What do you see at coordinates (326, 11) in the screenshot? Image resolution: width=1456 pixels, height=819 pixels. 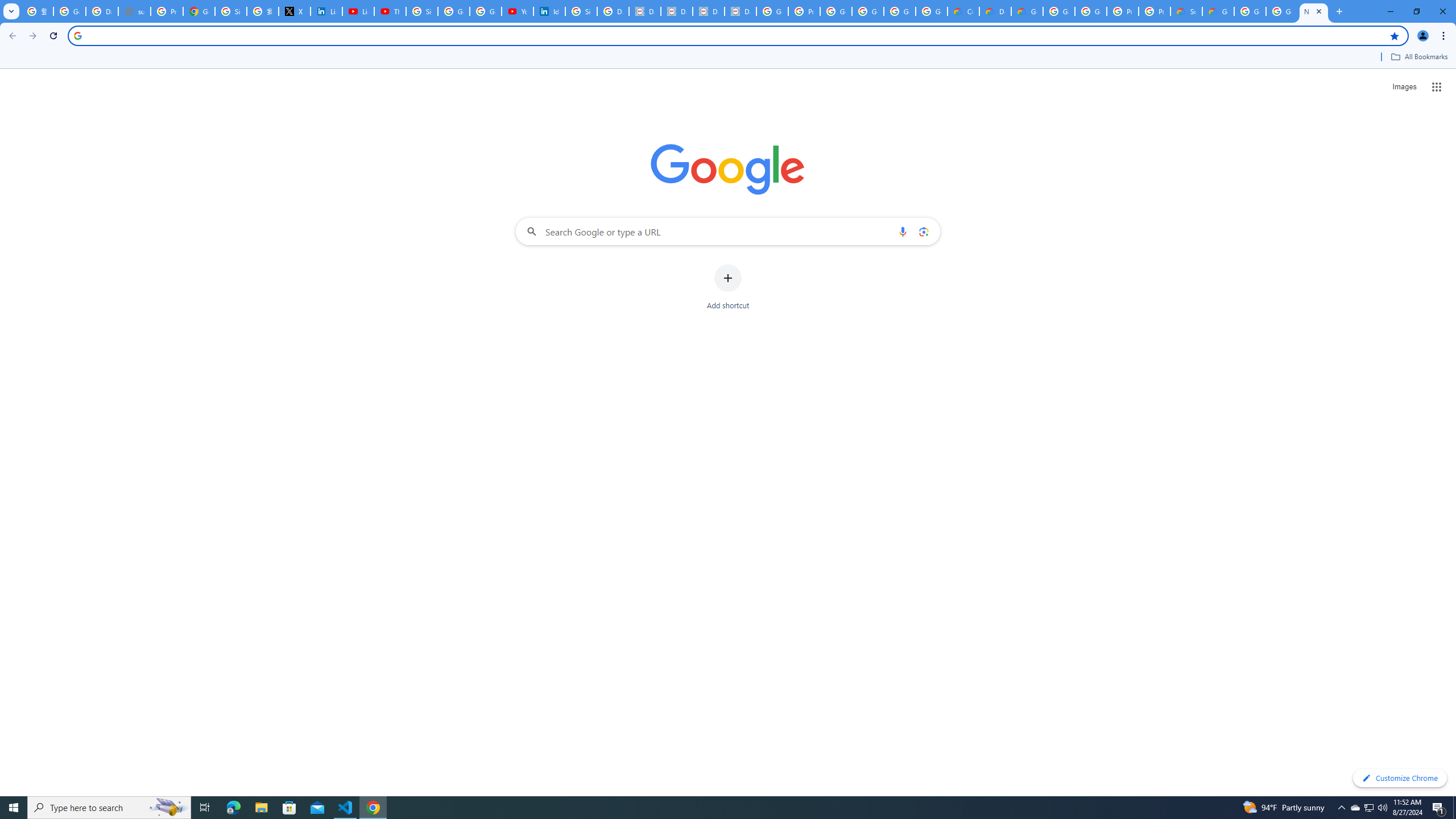 I see `'LinkedIn Privacy Policy'` at bounding box center [326, 11].